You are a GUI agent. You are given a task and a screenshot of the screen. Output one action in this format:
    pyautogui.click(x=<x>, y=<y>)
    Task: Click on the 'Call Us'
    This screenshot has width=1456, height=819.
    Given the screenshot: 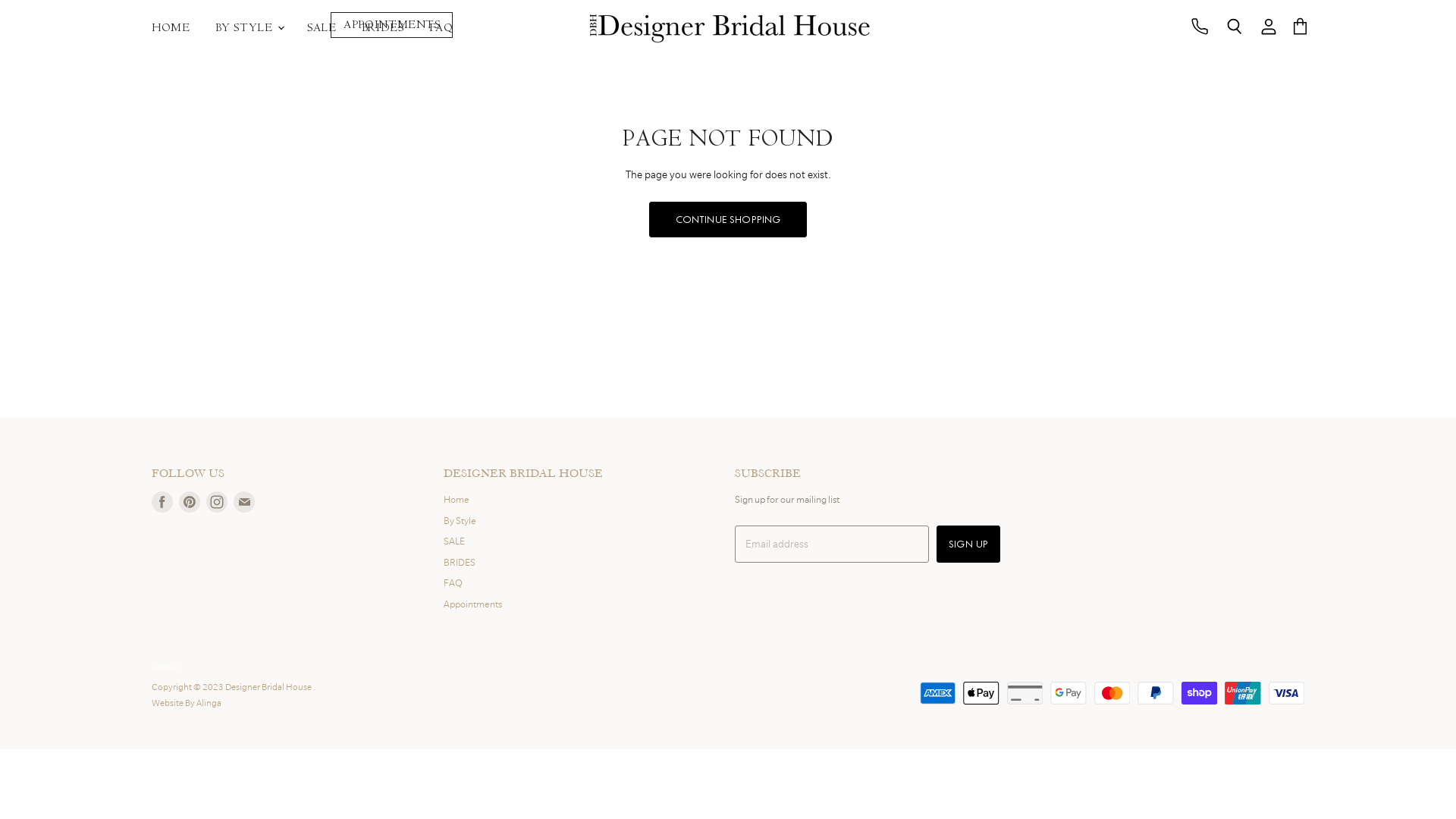 What is the action you would take?
    pyautogui.click(x=1199, y=27)
    